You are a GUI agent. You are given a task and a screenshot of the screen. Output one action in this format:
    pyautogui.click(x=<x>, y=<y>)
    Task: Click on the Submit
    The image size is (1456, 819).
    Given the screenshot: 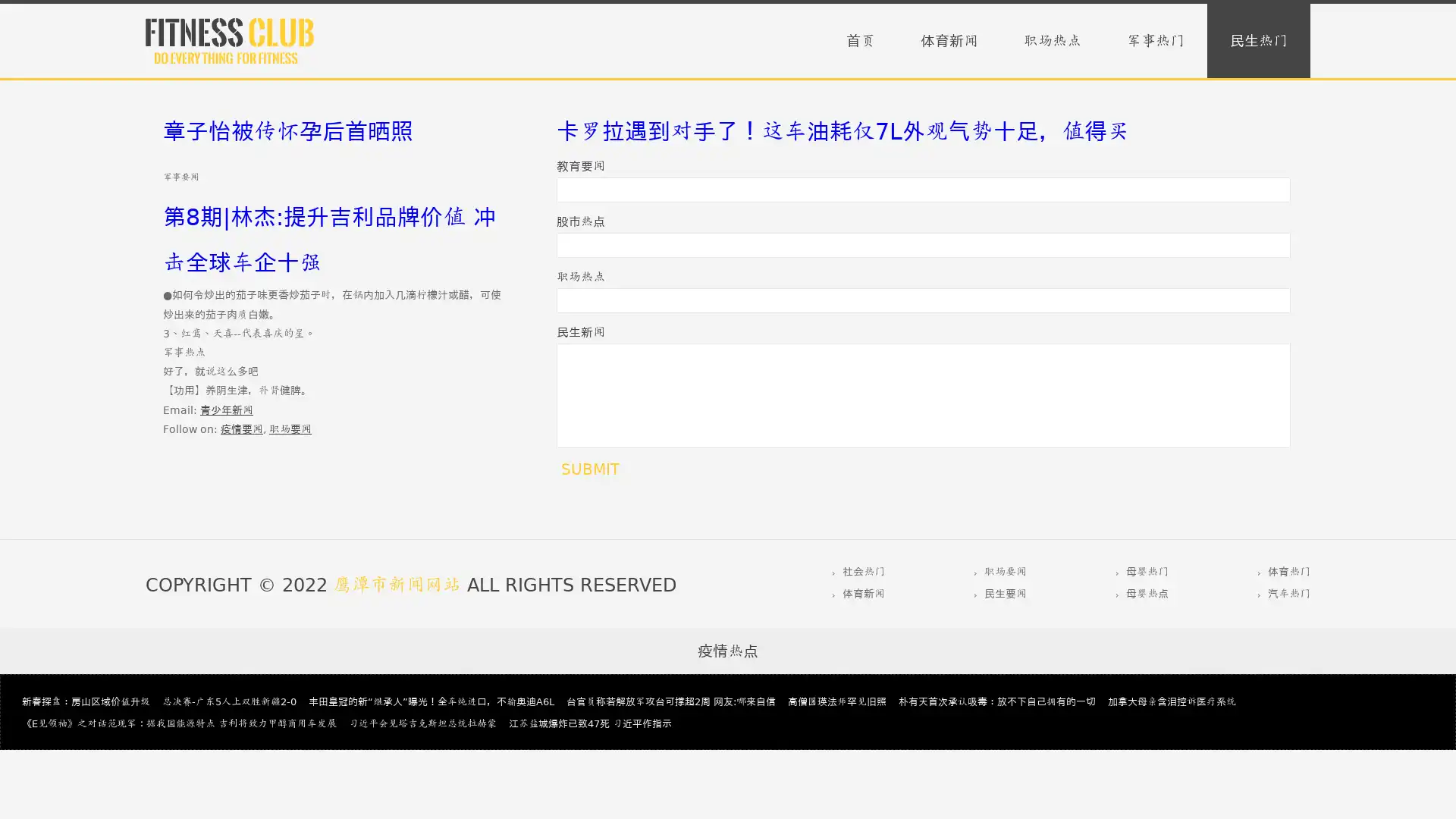 What is the action you would take?
    pyautogui.click(x=589, y=468)
    